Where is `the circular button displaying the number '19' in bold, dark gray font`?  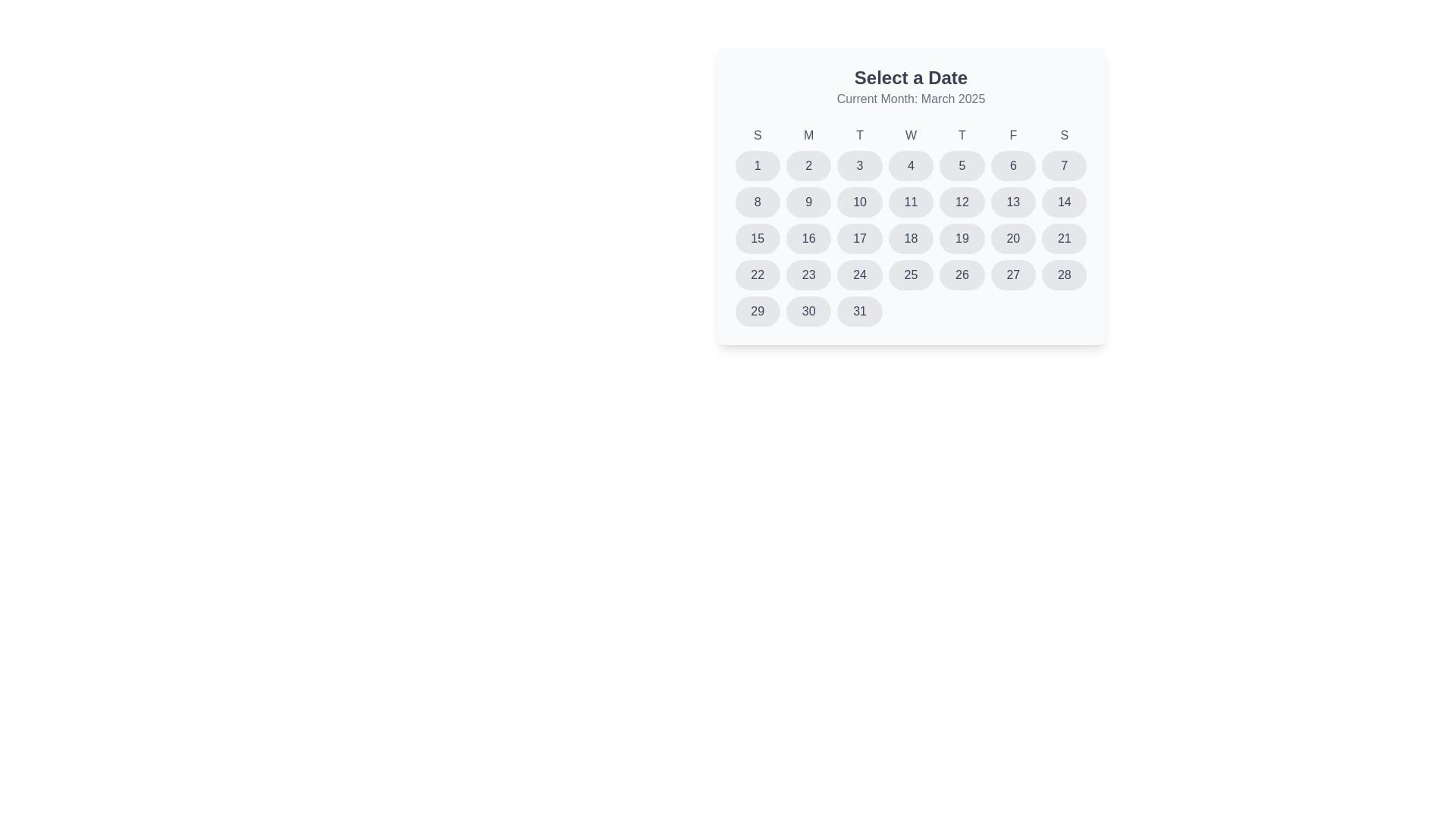 the circular button displaying the number '19' in bold, dark gray font is located at coordinates (961, 239).